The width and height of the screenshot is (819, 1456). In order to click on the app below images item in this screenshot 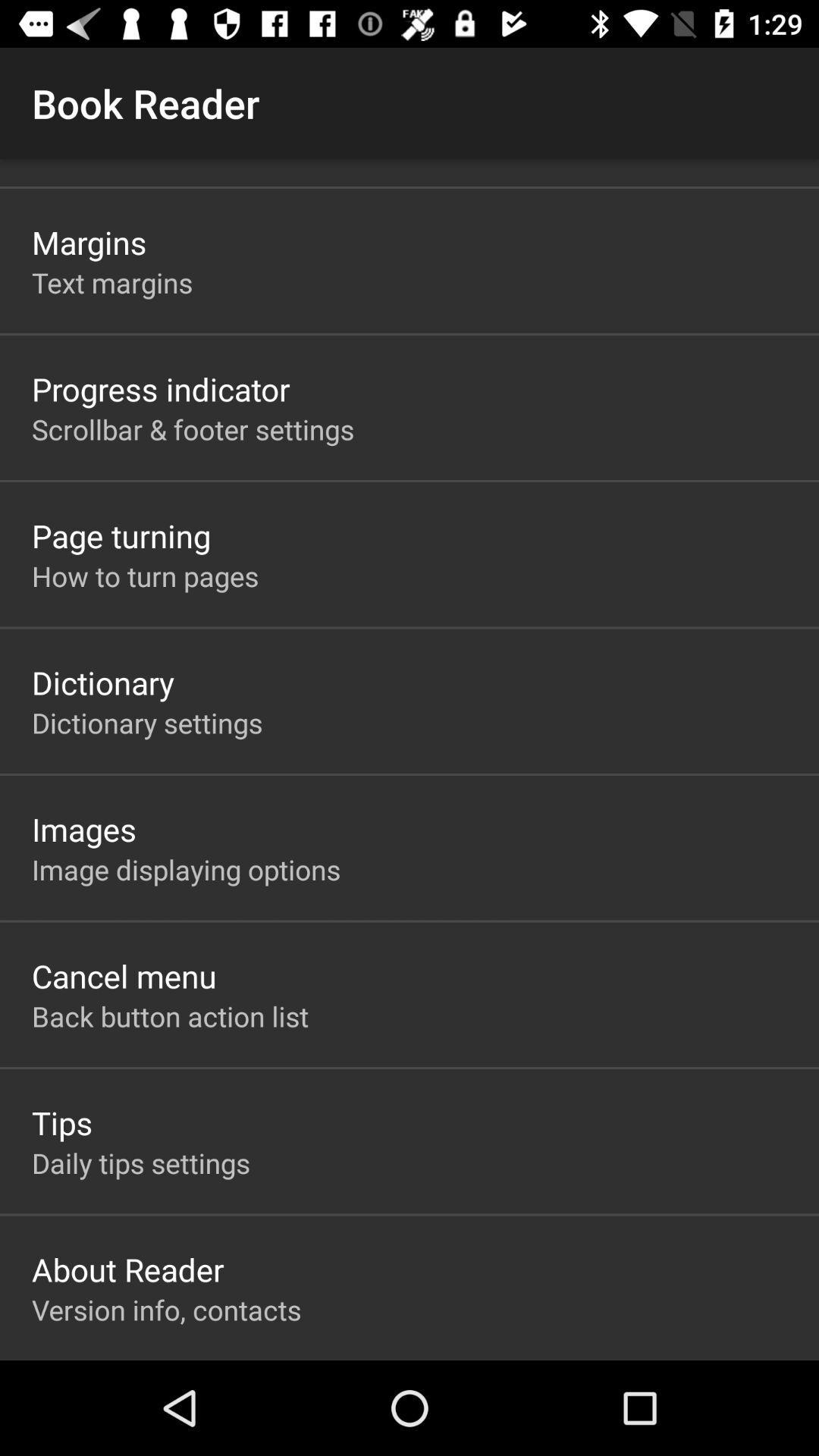, I will do `click(185, 869)`.